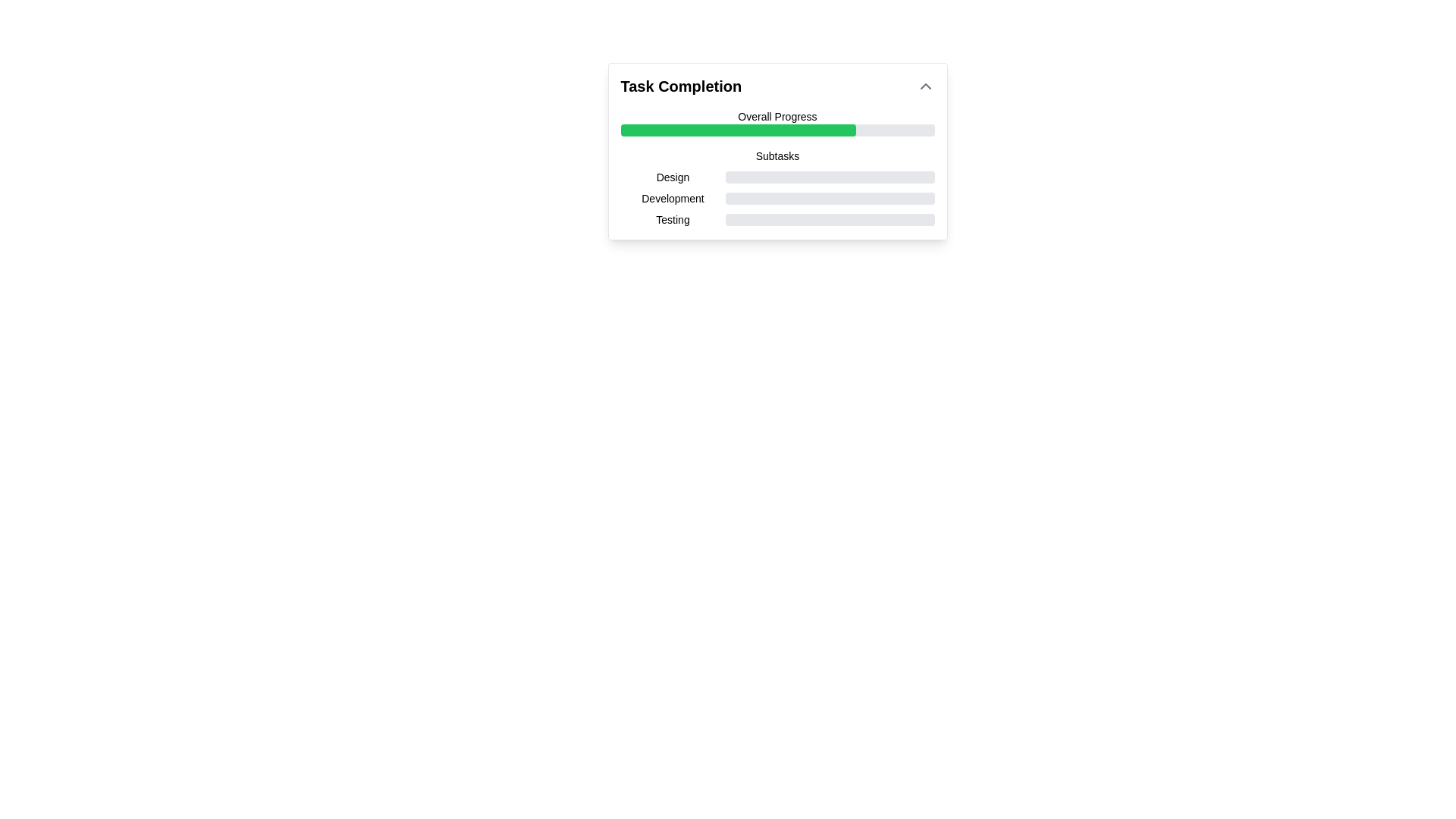 This screenshot has width=1456, height=819. I want to click on the text label 'Testing' on the Progress bar located in the Subtasks section, positioned beneath the Development subtask bar, so click(777, 219).